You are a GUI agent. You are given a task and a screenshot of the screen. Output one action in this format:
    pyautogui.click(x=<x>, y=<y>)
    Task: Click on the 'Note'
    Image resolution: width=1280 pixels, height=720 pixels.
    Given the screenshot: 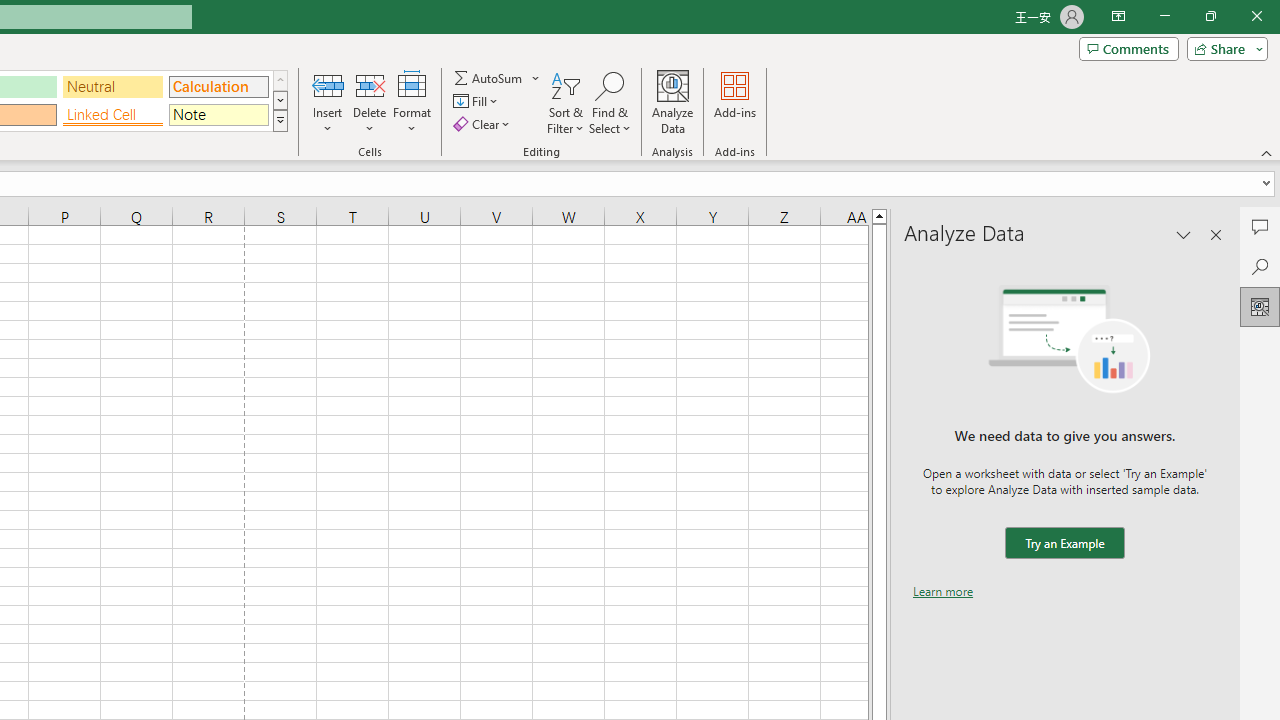 What is the action you would take?
    pyautogui.click(x=218, y=114)
    